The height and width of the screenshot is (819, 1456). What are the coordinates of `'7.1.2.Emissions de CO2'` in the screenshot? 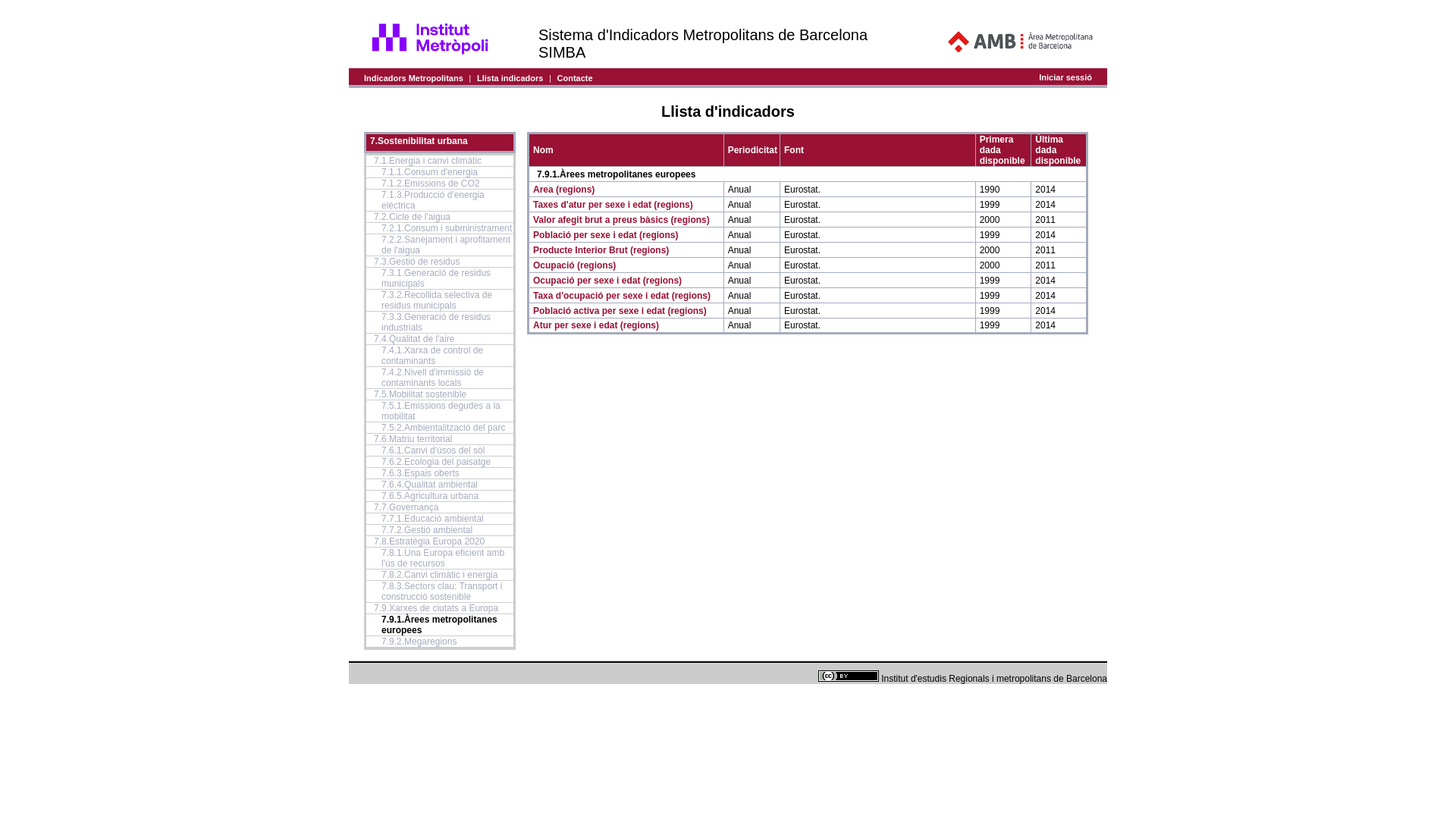 It's located at (429, 183).